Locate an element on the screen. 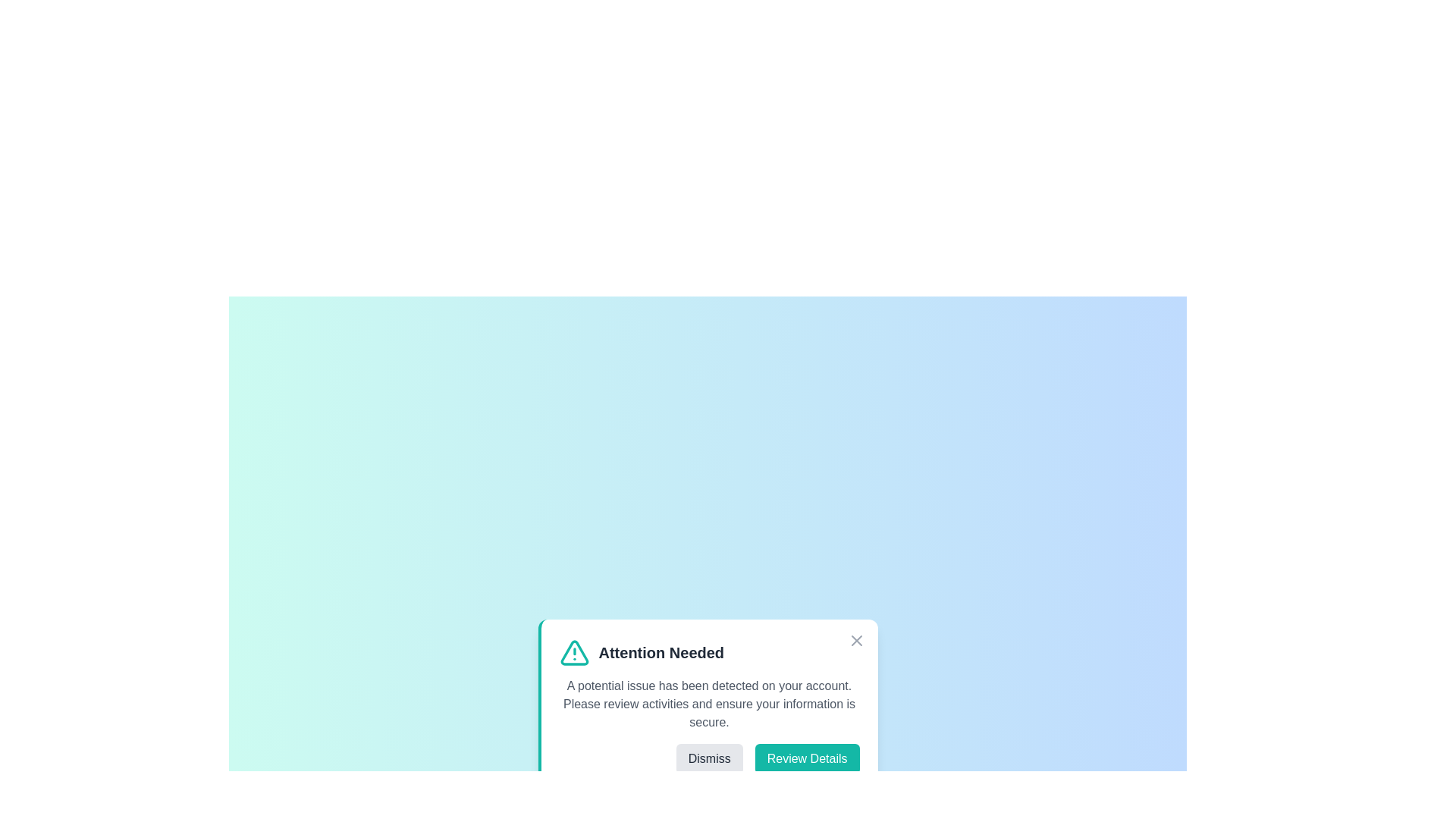 Image resolution: width=1456 pixels, height=819 pixels. the 'Dismiss' button to acknowledge the alert is located at coordinates (708, 759).